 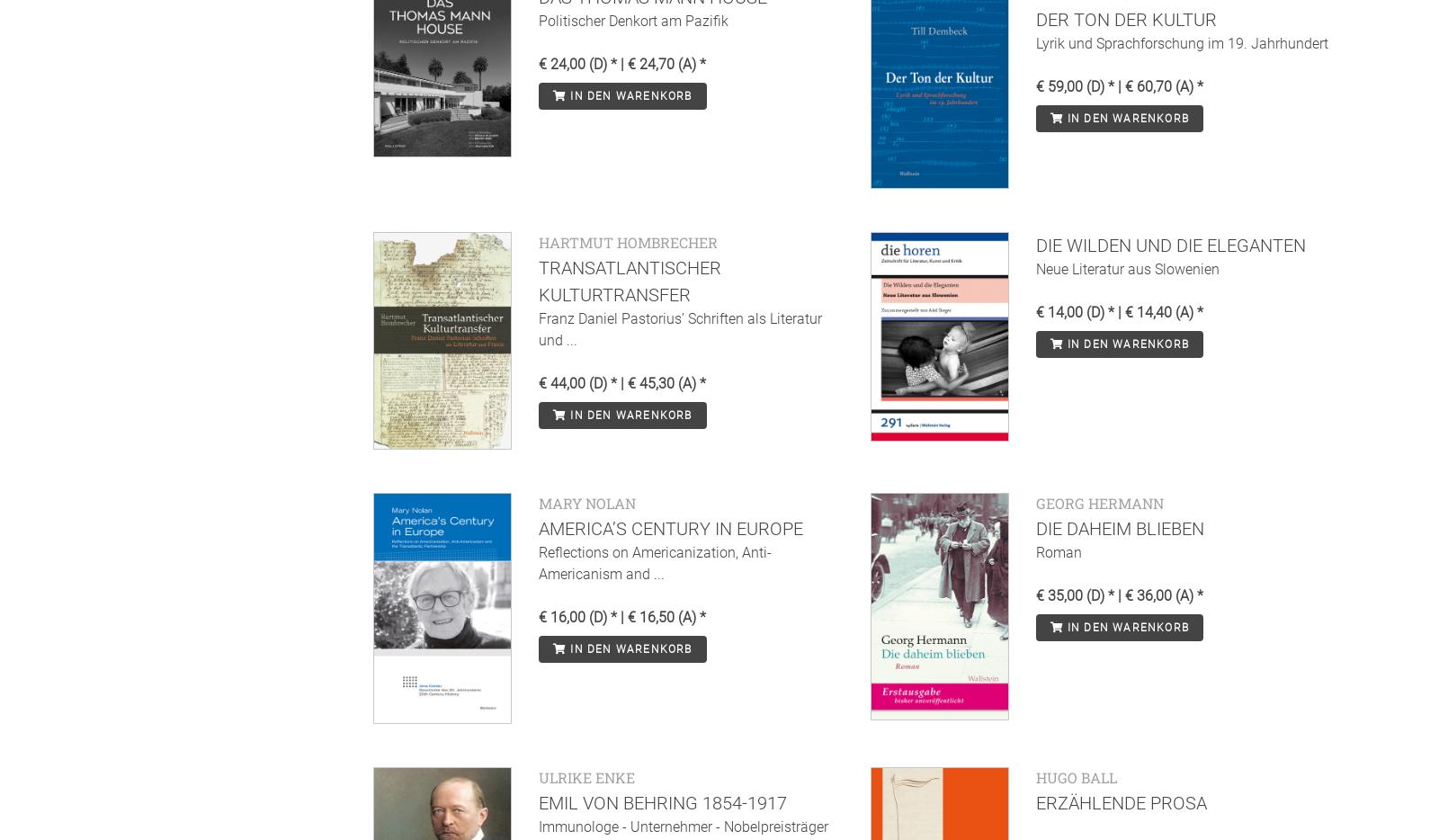 I want to click on 'Der Ton der Kultur', so click(x=1035, y=18).